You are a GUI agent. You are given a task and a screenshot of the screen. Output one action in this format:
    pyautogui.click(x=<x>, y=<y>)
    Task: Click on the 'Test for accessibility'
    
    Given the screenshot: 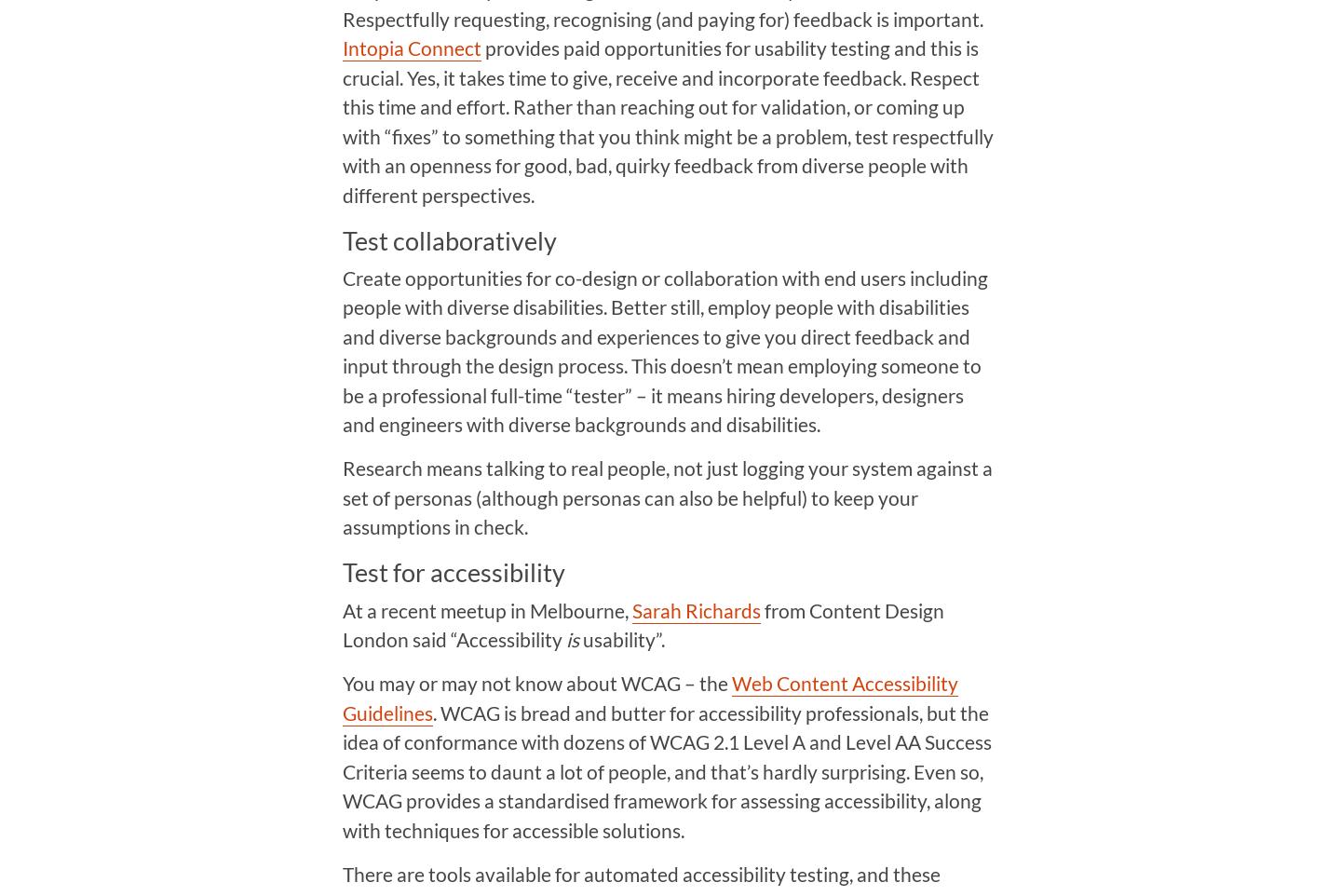 What is the action you would take?
    pyautogui.click(x=452, y=571)
    